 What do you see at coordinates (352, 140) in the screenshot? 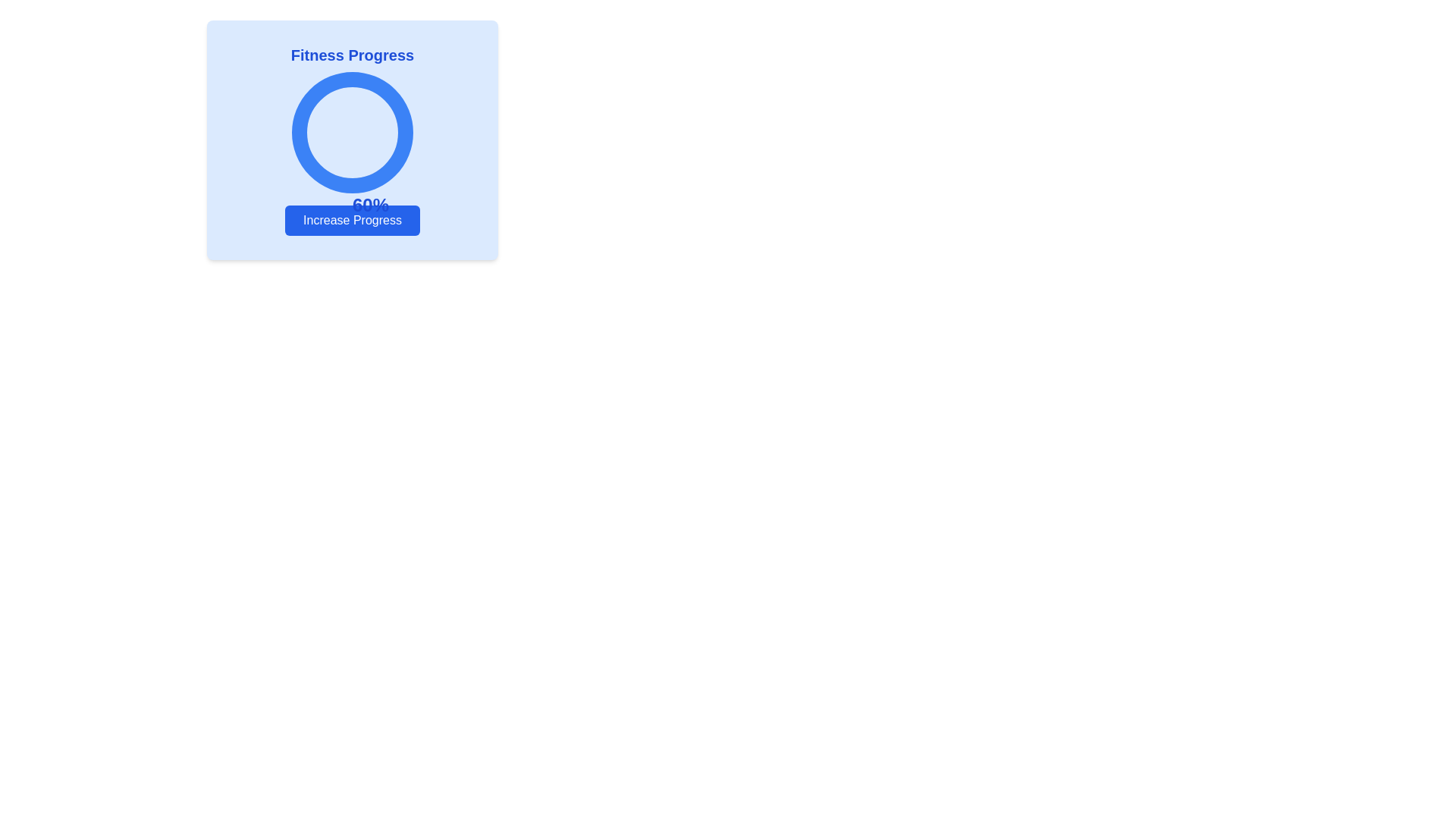
I see `the circular progress indicator displaying '60%'` at bounding box center [352, 140].